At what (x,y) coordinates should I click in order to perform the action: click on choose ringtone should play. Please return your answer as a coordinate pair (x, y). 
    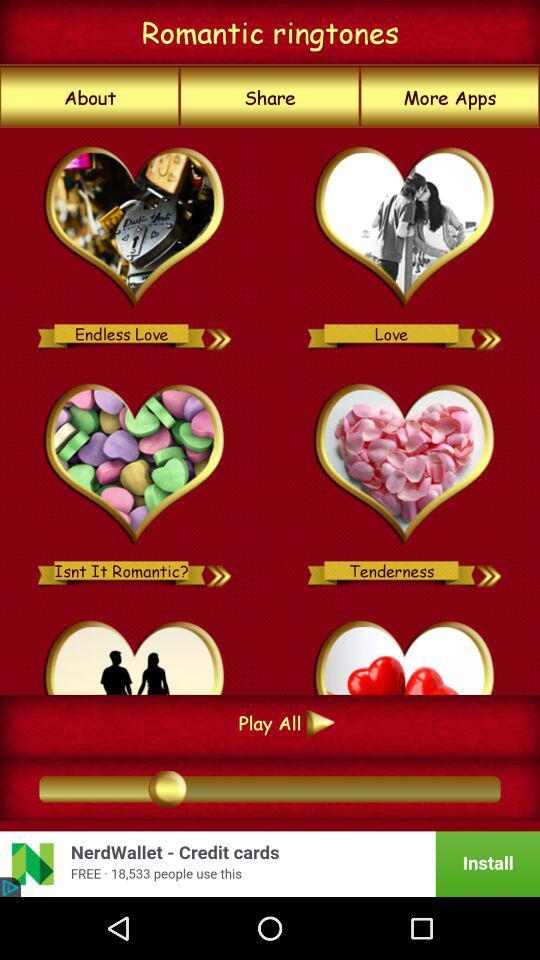
    Looking at the image, I should click on (405, 653).